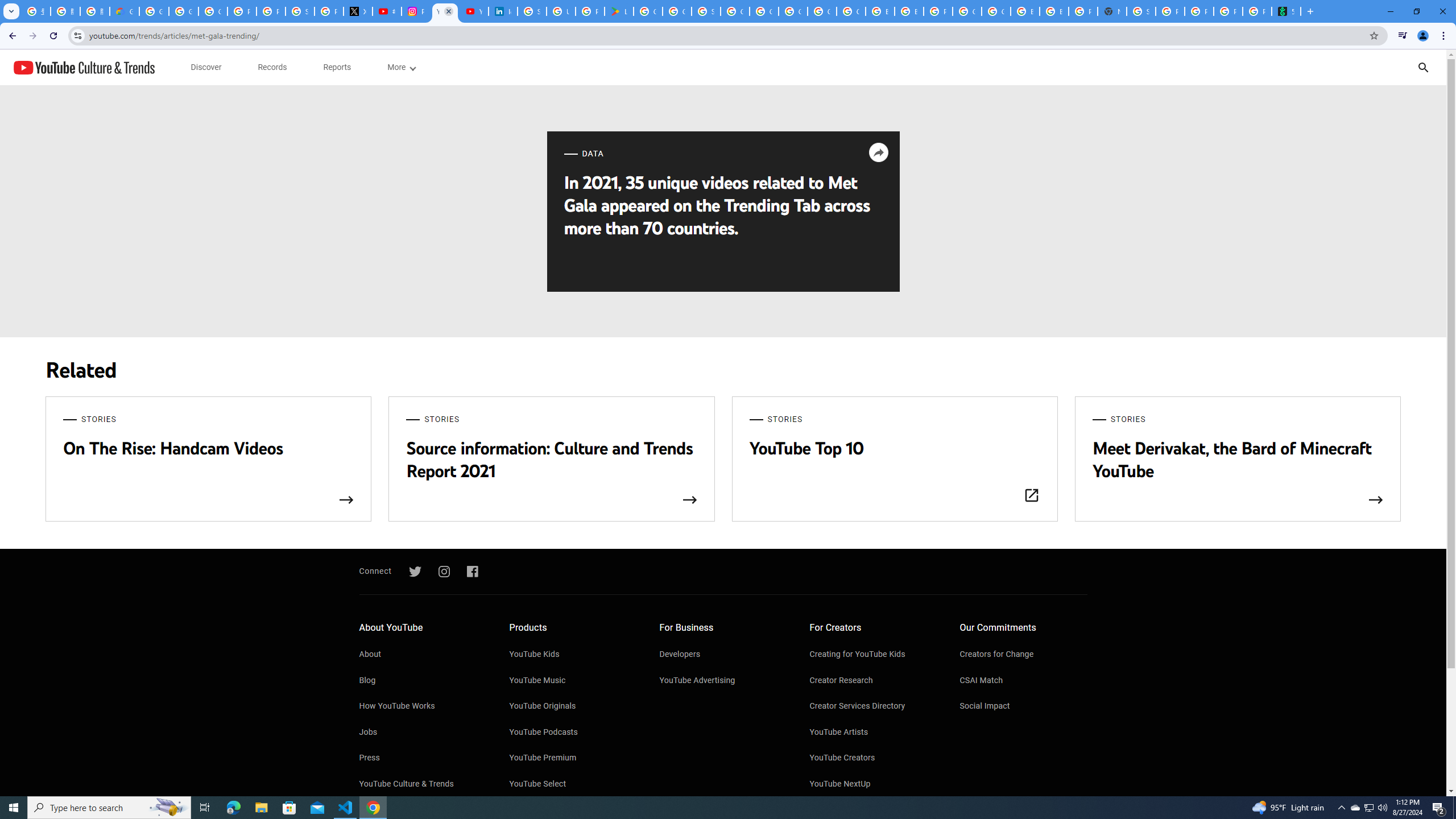 The height and width of the screenshot is (819, 1456). What do you see at coordinates (573, 655) in the screenshot?
I see `'YouTube Kids'` at bounding box center [573, 655].